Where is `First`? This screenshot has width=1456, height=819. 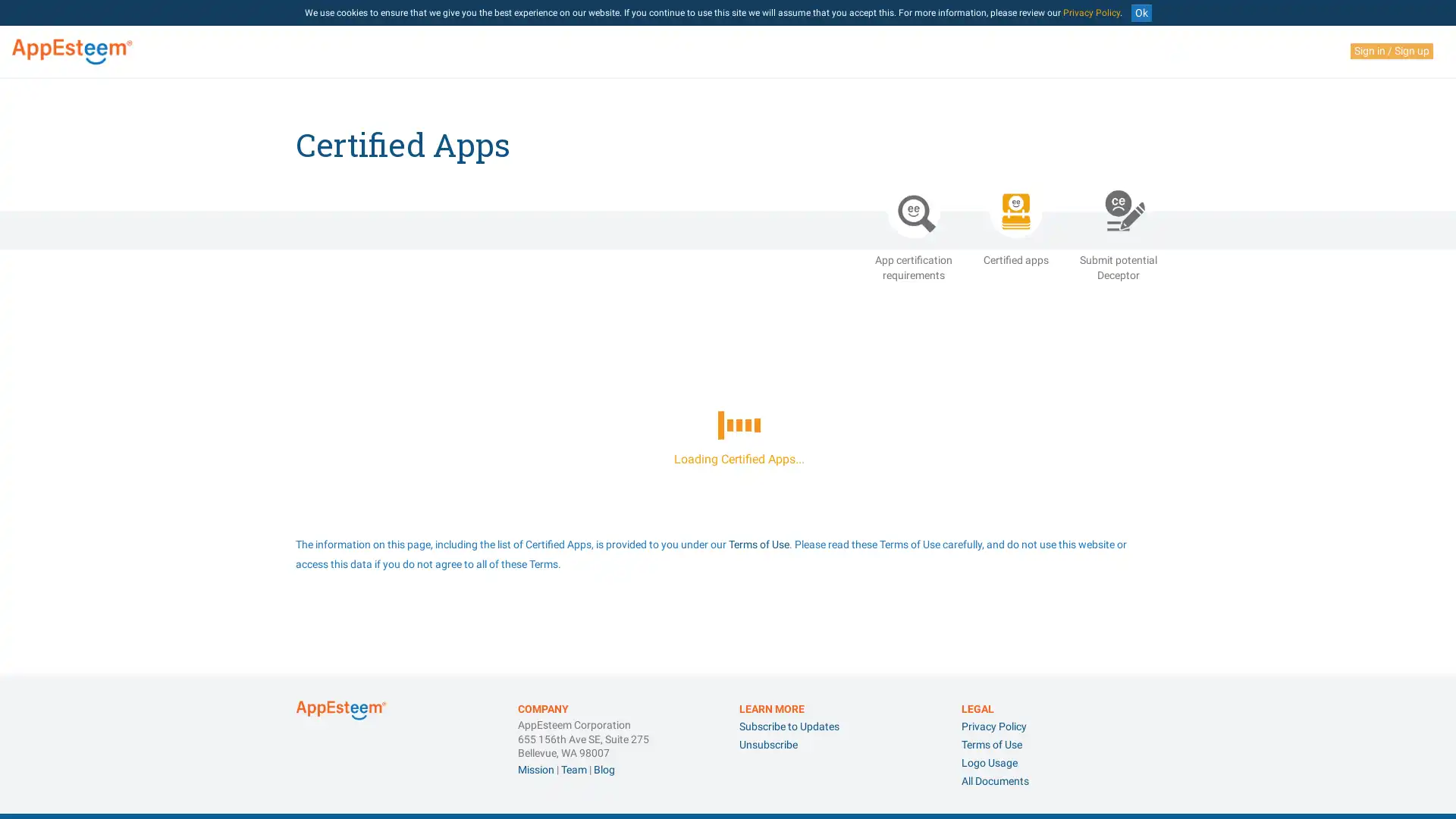 First is located at coordinates (1050, 560).